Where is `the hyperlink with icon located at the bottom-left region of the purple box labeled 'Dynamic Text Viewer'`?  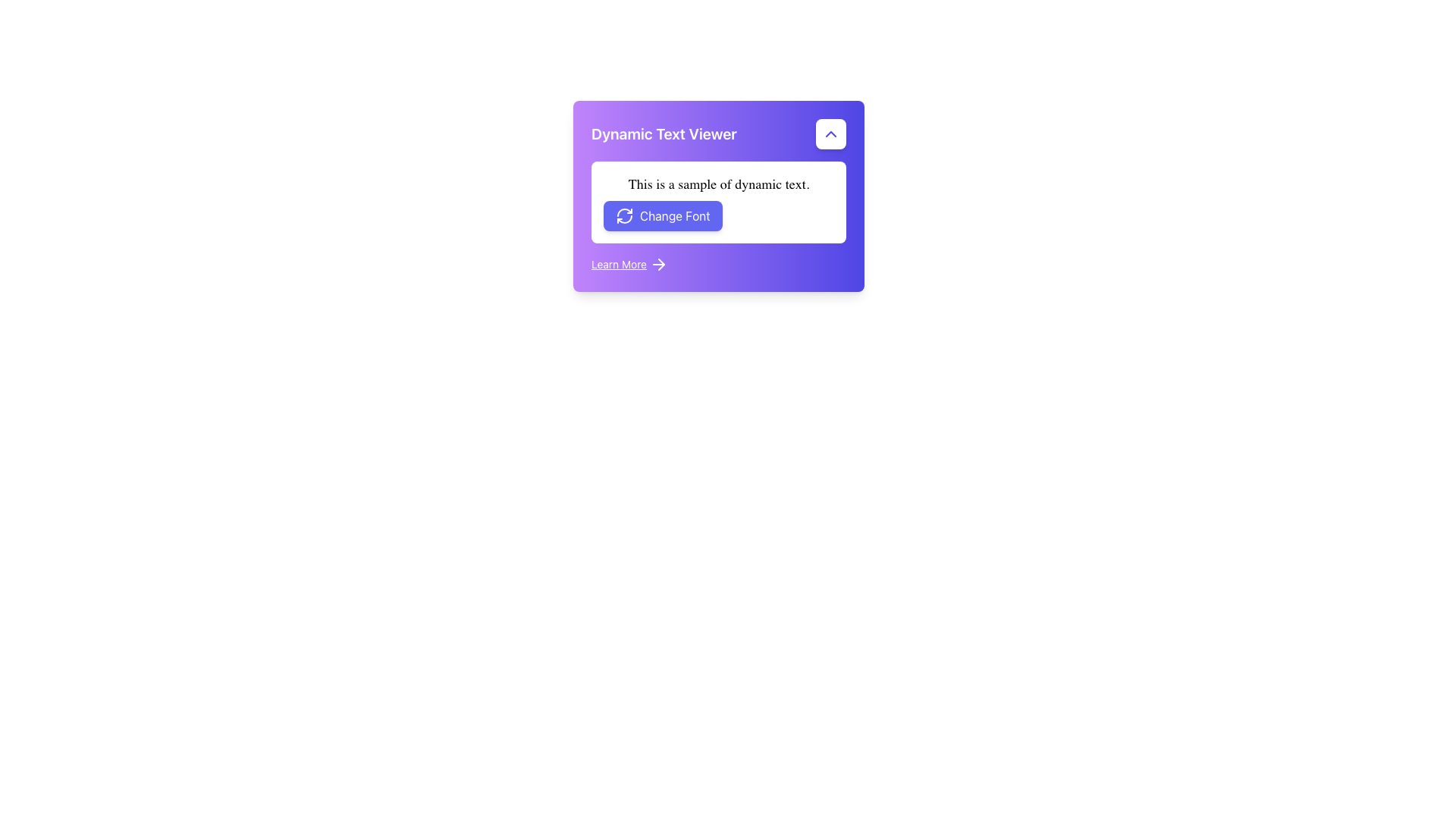
the hyperlink with icon located at the bottom-left region of the purple box labeled 'Dynamic Text Viewer' is located at coordinates (629, 263).